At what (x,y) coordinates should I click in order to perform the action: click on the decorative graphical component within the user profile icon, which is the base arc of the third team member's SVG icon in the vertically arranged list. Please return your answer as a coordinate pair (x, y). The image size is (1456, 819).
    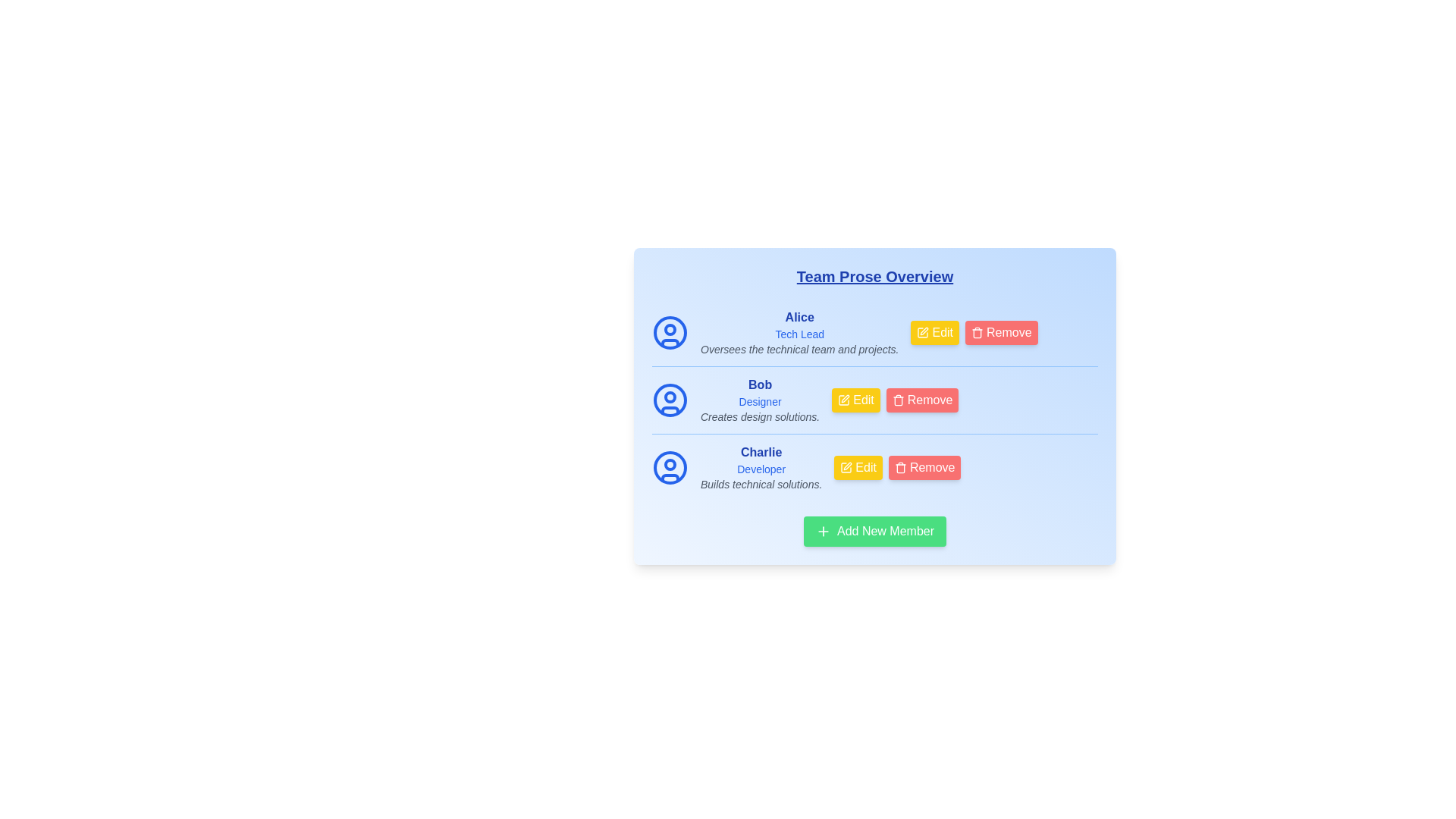
    Looking at the image, I should click on (669, 476).